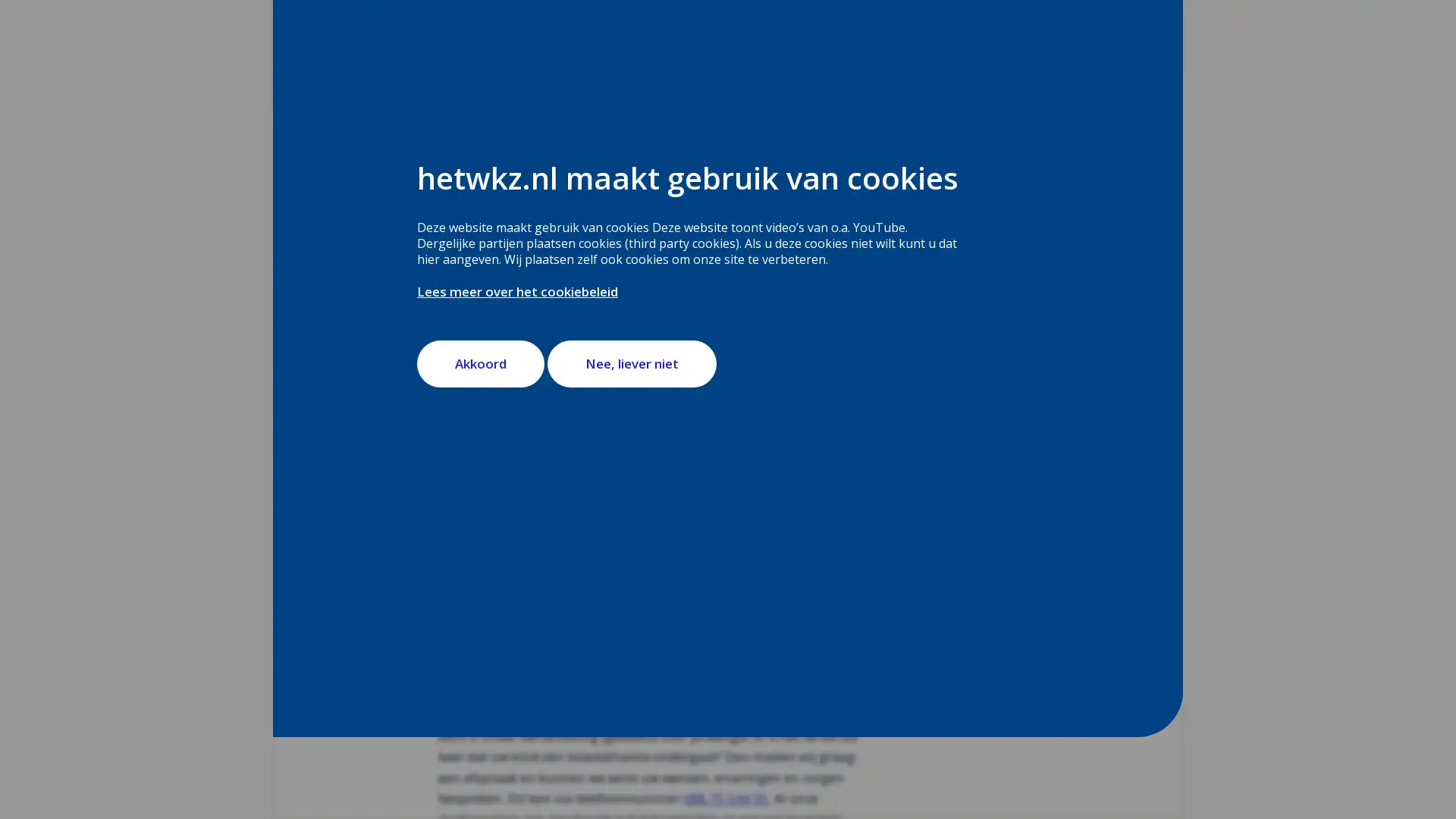  Describe the element at coordinates (504, 233) in the screenshot. I see `ReadSpeaker webReader: Luister met webReader` at that location.